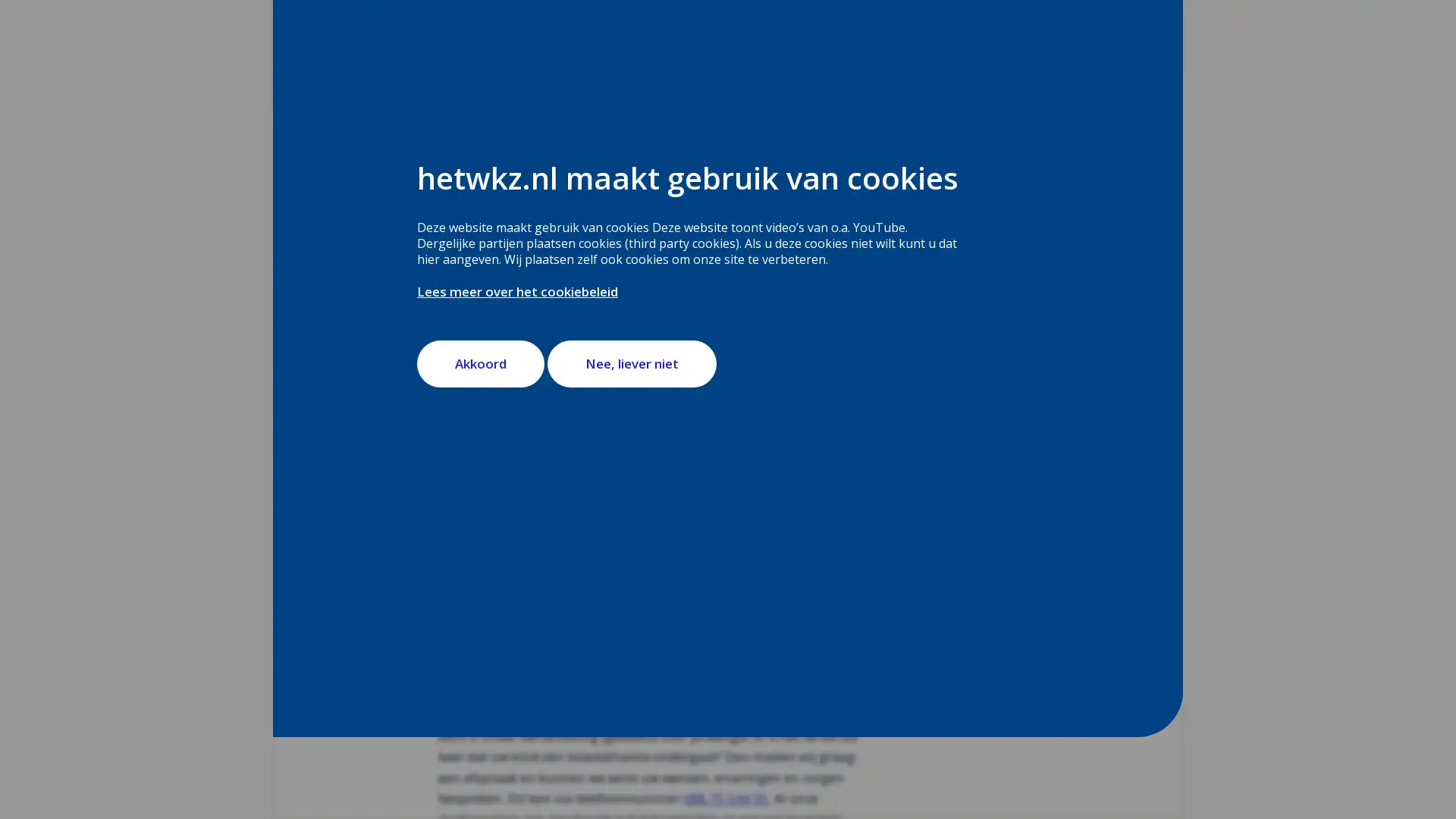  Describe the element at coordinates (504, 233) in the screenshot. I see `ReadSpeaker webReader: Luister met webReader` at that location.